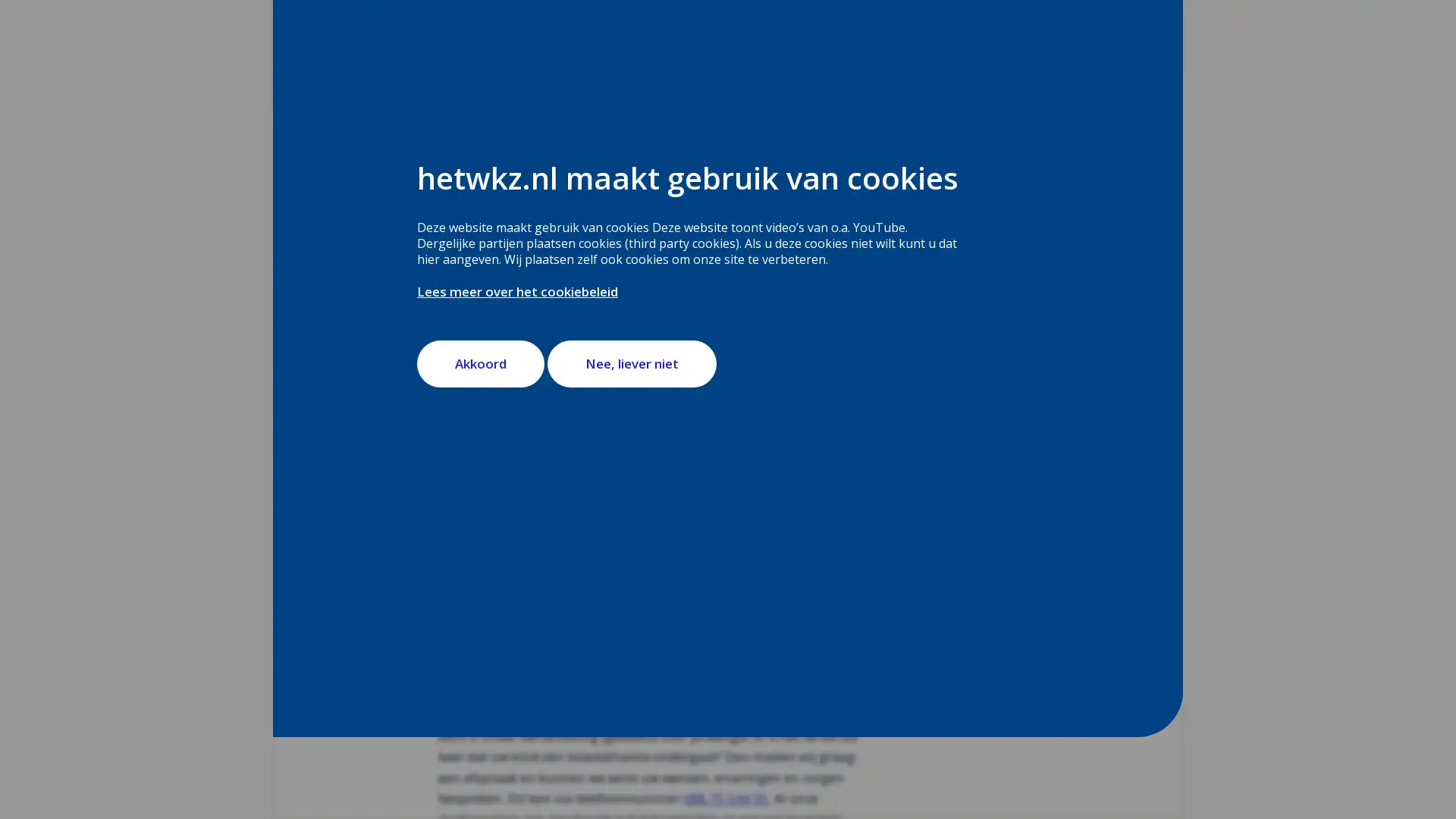  Describe the element at coordinates (504, 233) in the screenshot. I see `ReadSpeaker webReader: Luister met webReader` at that location.